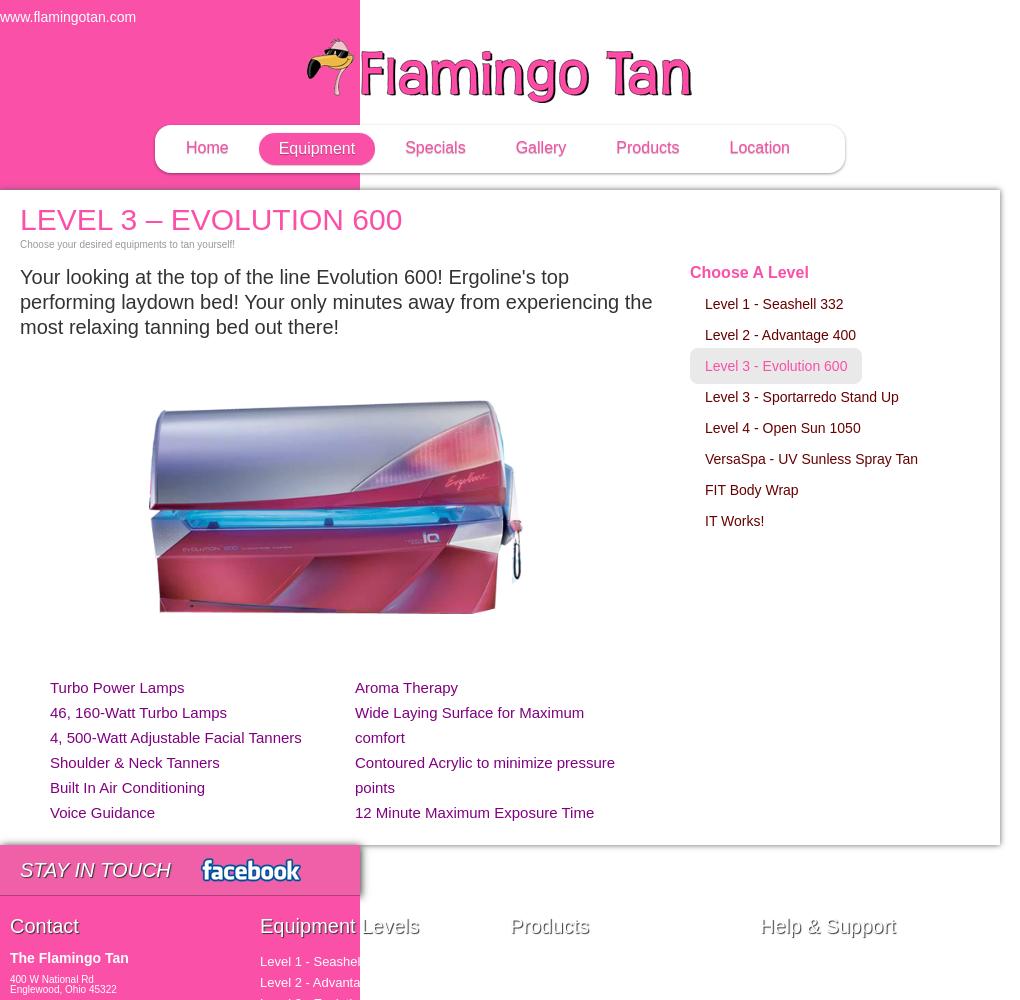  I want to click on 'Call:(937)771-7005', so click(878, 17).